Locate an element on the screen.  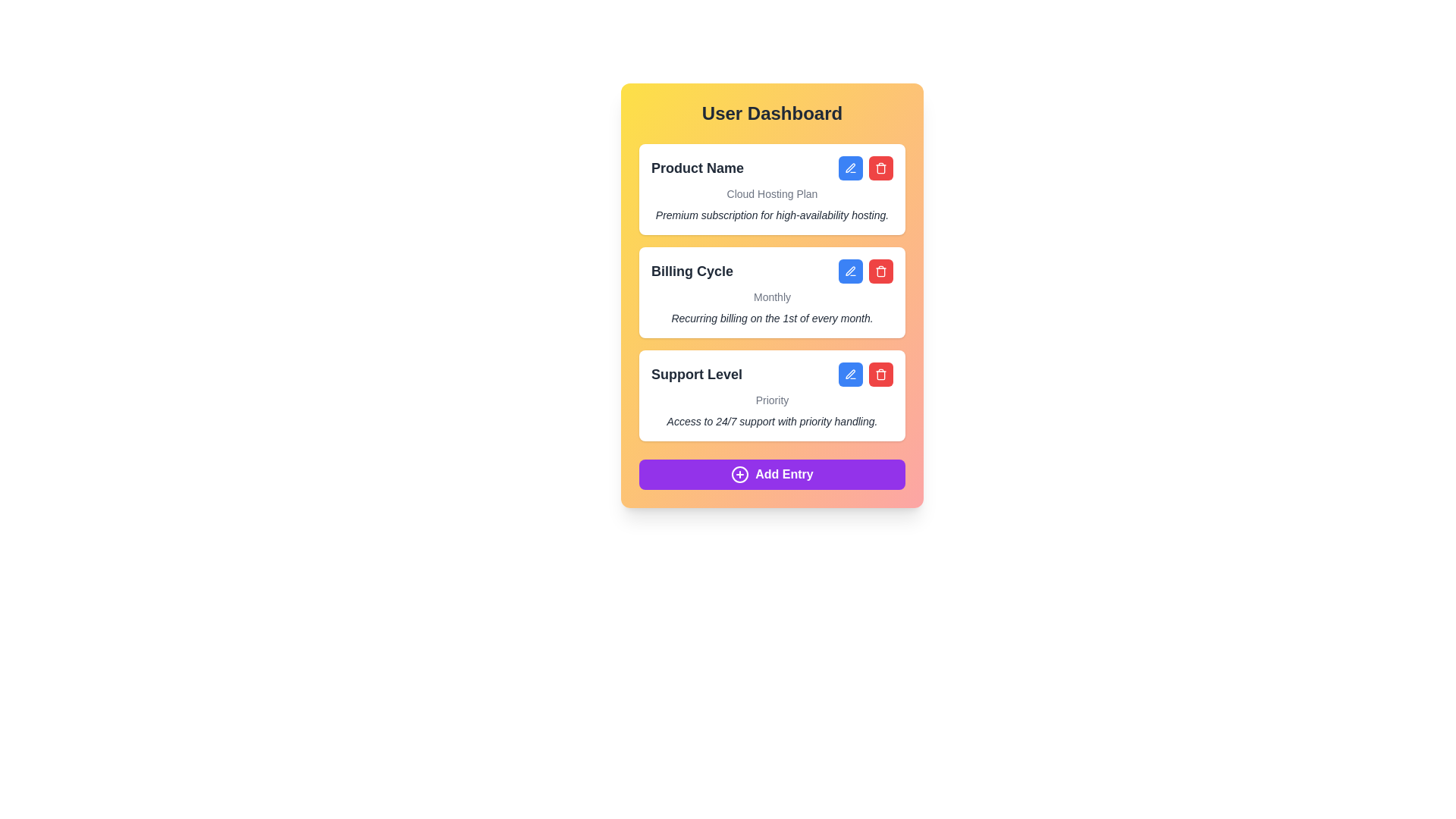
the static text label providing information about the billing cycle located under the 'Billing Cycle' section, beneath the 'Monthly' description is located at coordinates (772, 318).